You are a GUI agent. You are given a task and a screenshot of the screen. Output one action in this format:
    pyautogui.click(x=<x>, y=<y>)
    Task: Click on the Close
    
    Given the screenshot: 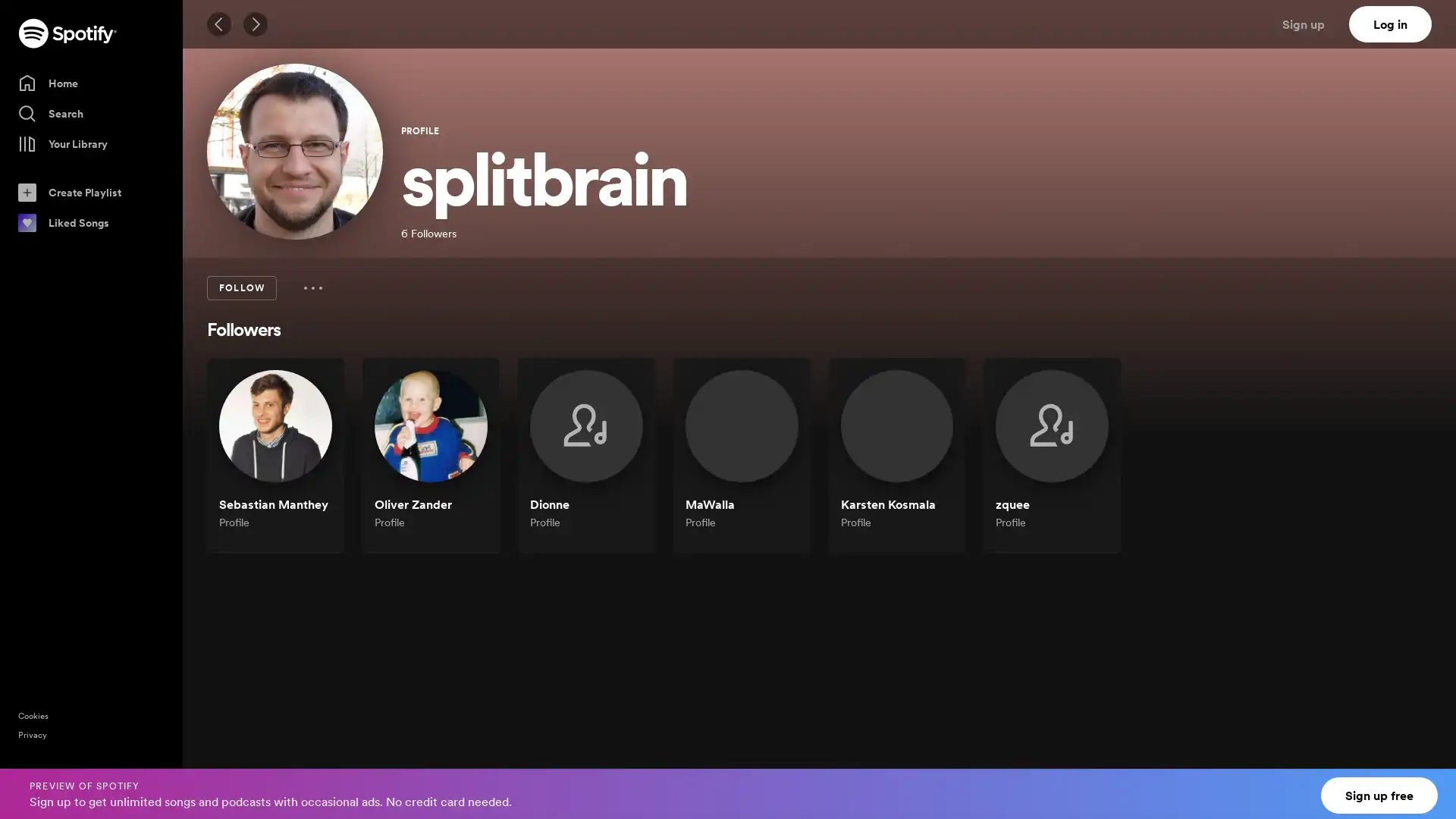 What is the action you would take?
    pyautogui.click(x=1430, y=784)
    